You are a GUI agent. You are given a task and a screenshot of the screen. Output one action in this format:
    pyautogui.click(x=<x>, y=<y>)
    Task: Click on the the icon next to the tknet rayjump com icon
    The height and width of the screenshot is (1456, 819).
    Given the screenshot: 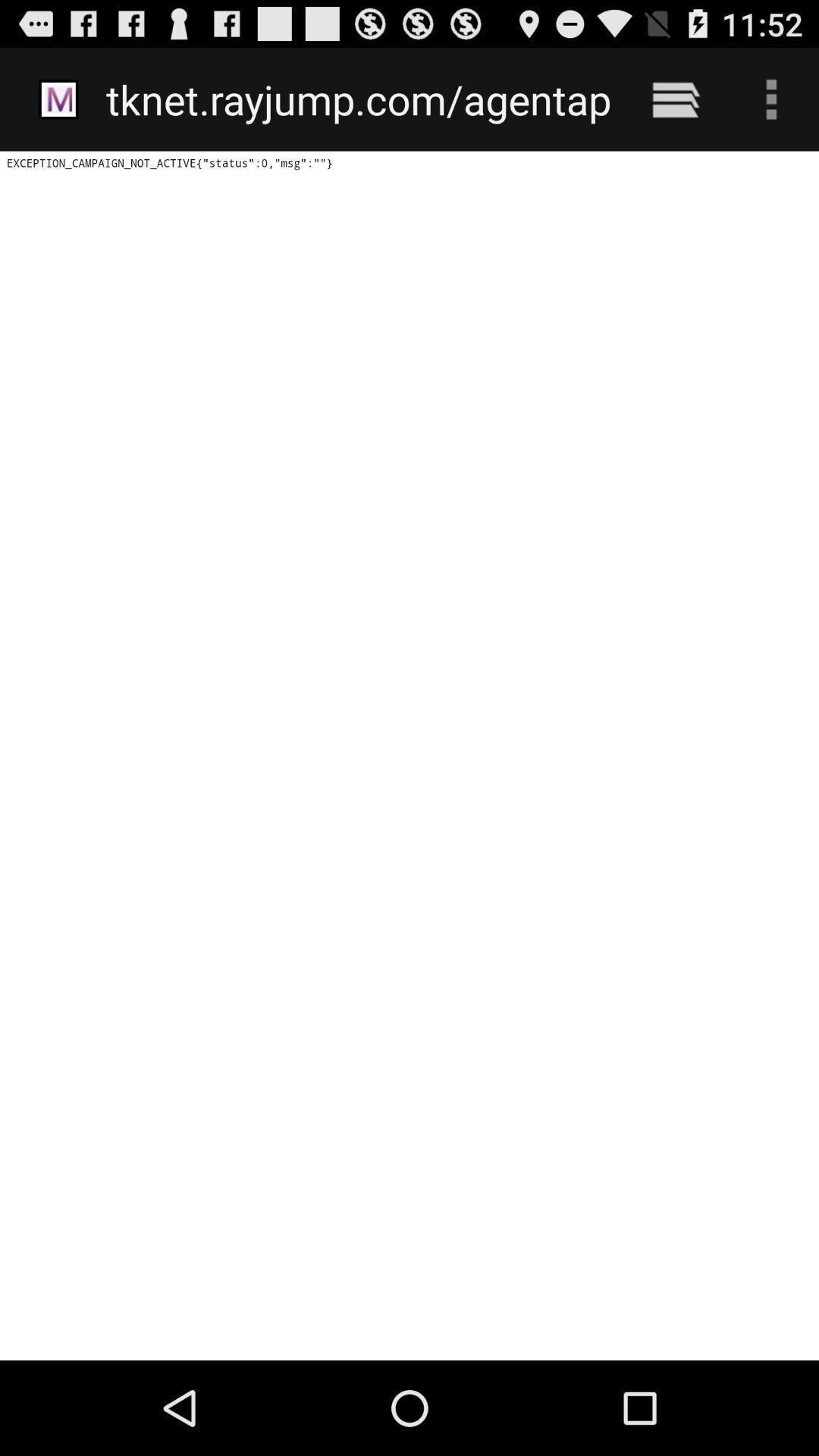 What is the action you would take?
    pyautogui.click(x=675, y=99)
    